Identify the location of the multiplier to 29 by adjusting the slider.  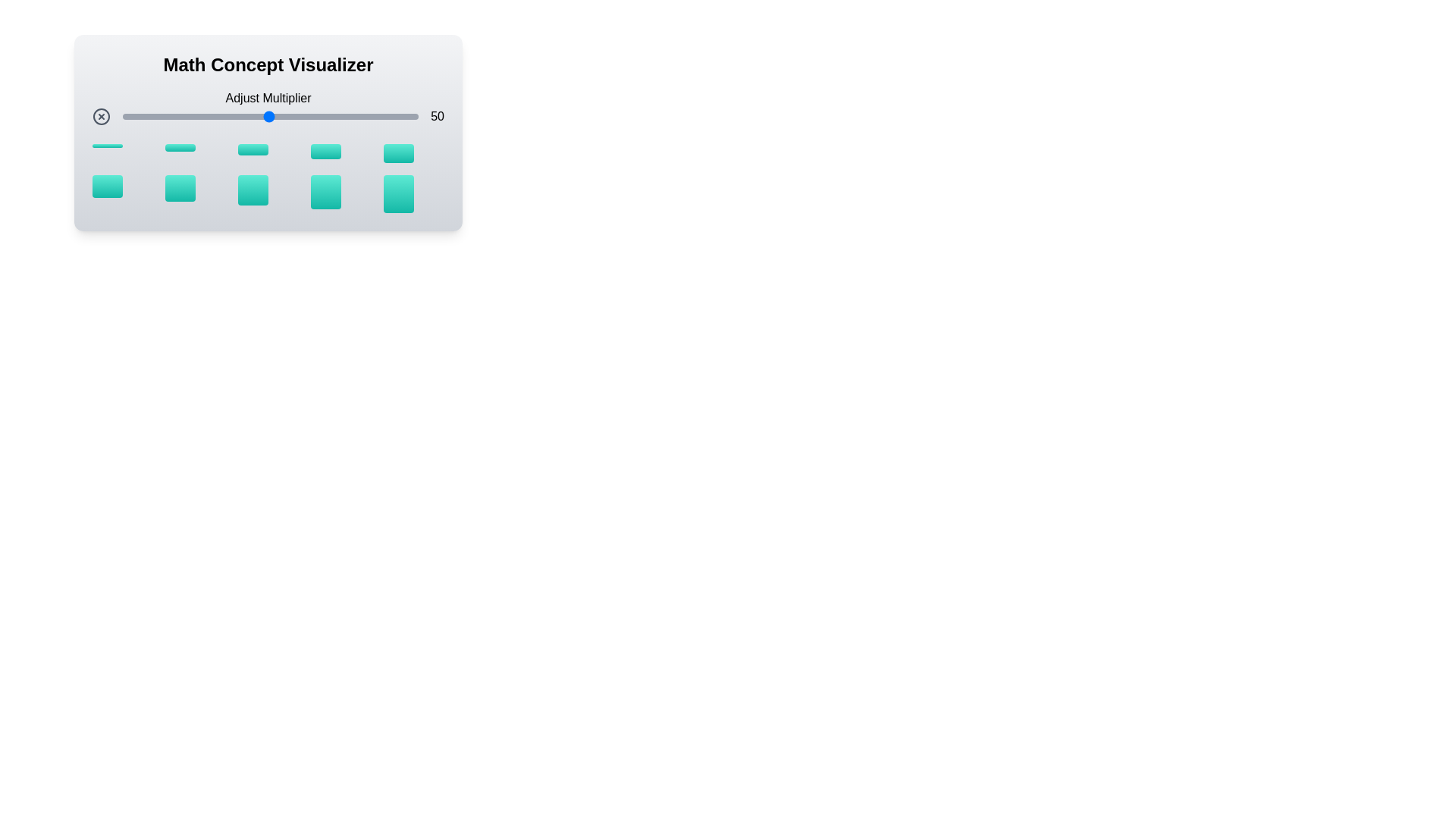
(206, 116).